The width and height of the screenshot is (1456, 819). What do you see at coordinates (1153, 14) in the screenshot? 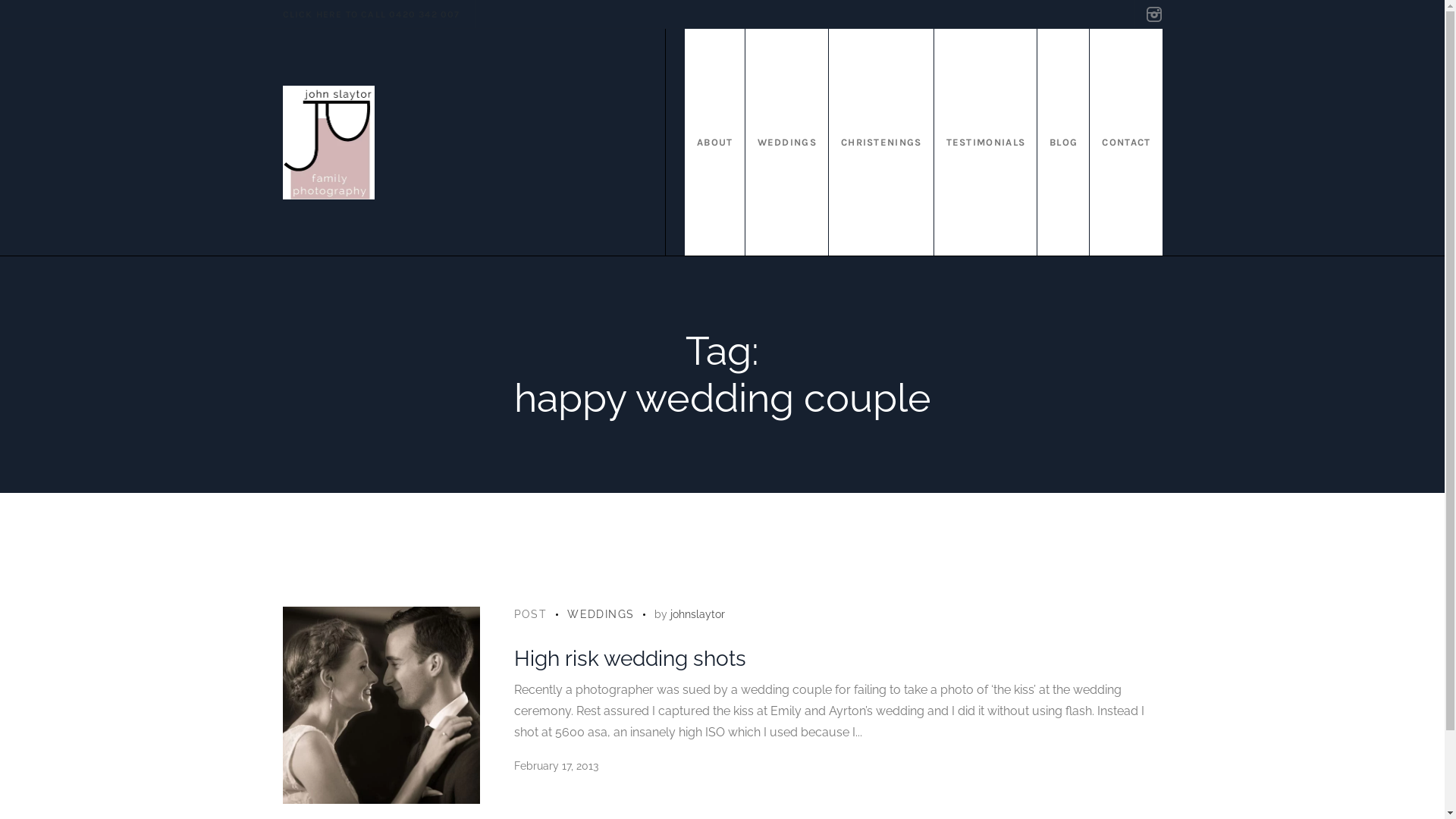
I see `'Instagram'` at bounding box center [1153, 14].